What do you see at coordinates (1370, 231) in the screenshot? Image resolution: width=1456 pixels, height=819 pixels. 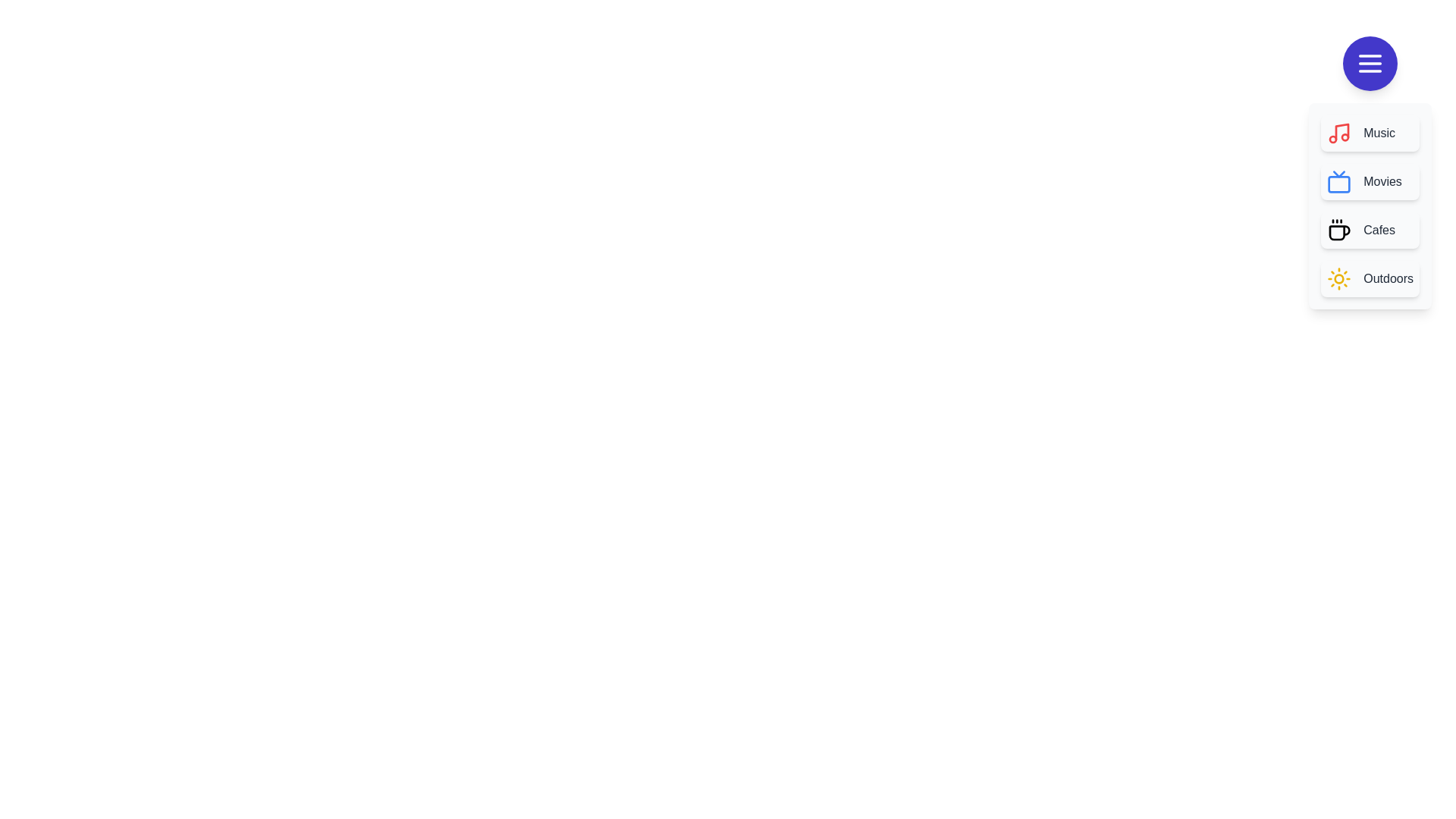 I see `the menu item labeled Cafes` at bounding box center [1370, 231].